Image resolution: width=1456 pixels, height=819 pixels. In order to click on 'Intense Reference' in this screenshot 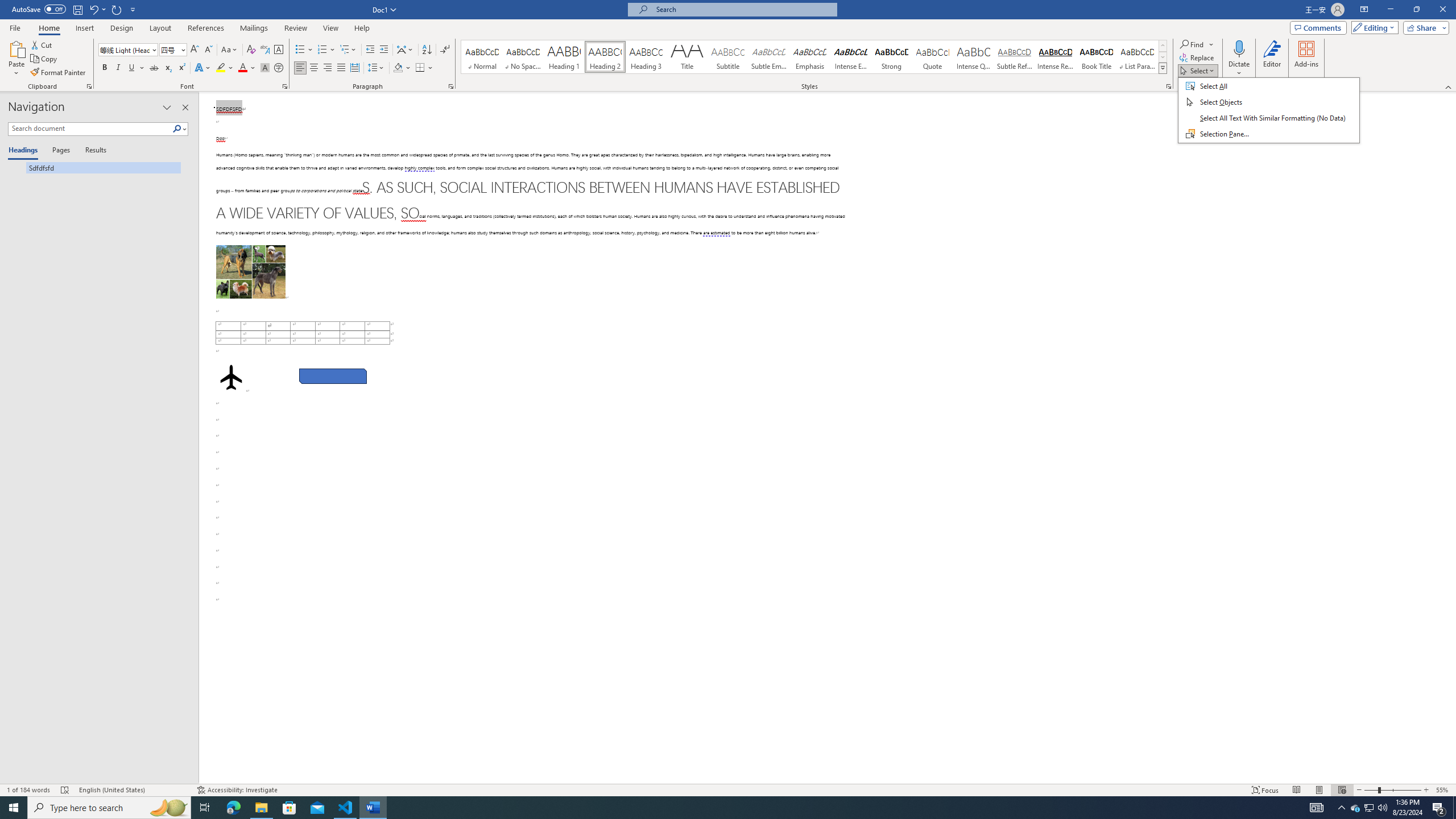, I will do `click(1055, 56)`.